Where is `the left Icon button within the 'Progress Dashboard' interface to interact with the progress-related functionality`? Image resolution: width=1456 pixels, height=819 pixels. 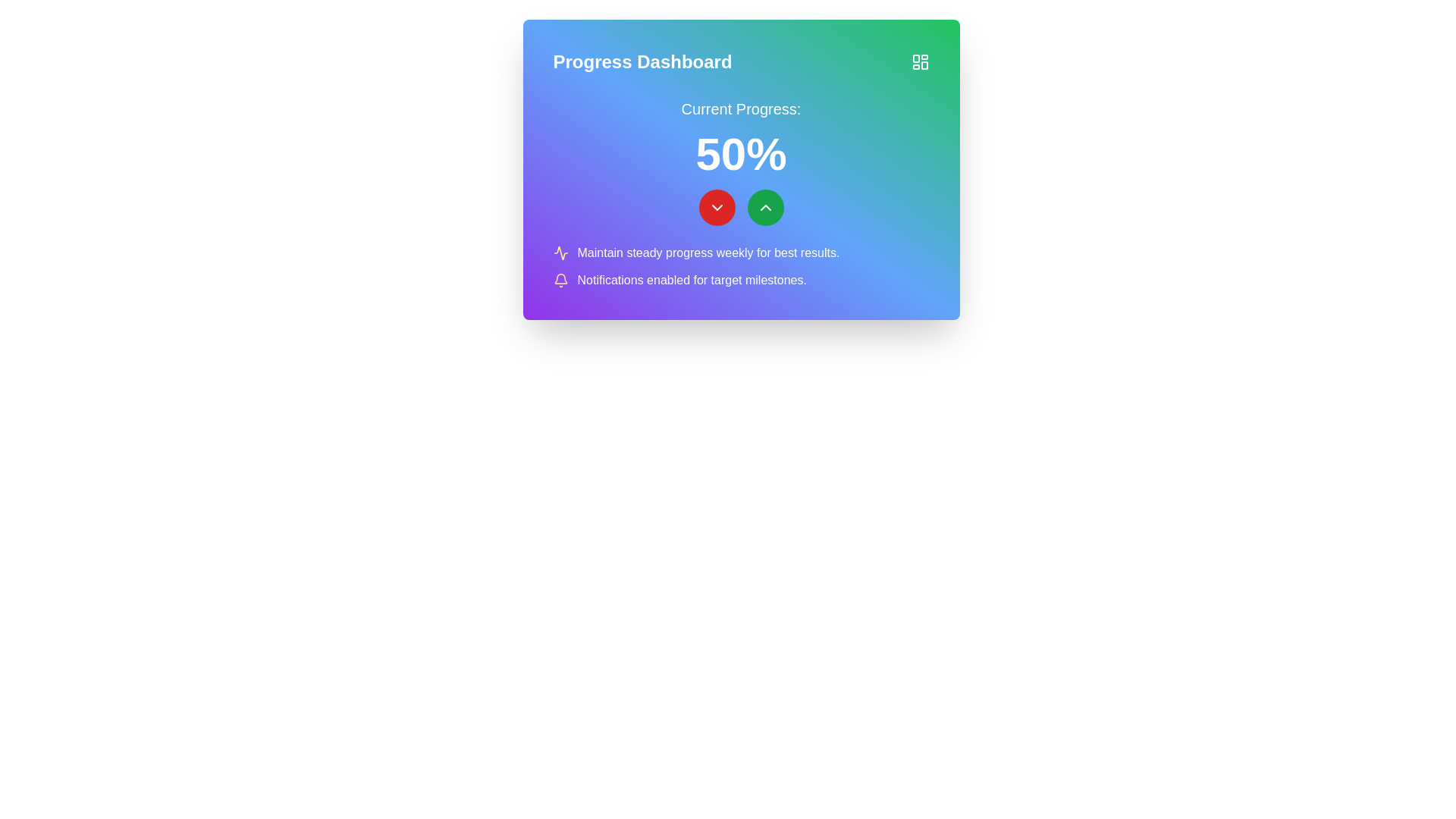
the left Icon button within the 'Progress Dashboard' interface to interact with the progress-related functionality is located at coordinates (716, 207).